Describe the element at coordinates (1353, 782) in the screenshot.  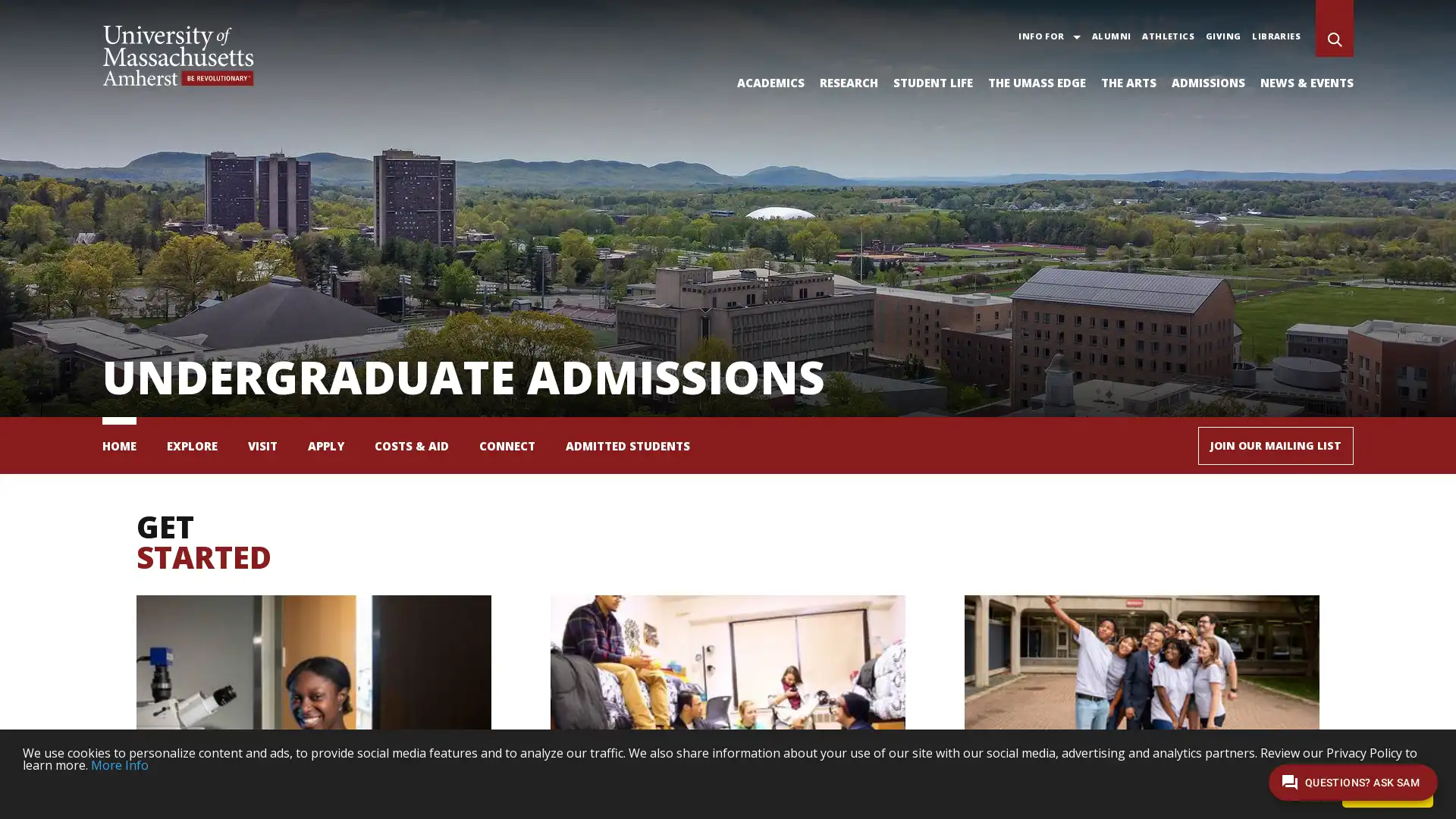
I see `Questions? Ask Sam` at that location.